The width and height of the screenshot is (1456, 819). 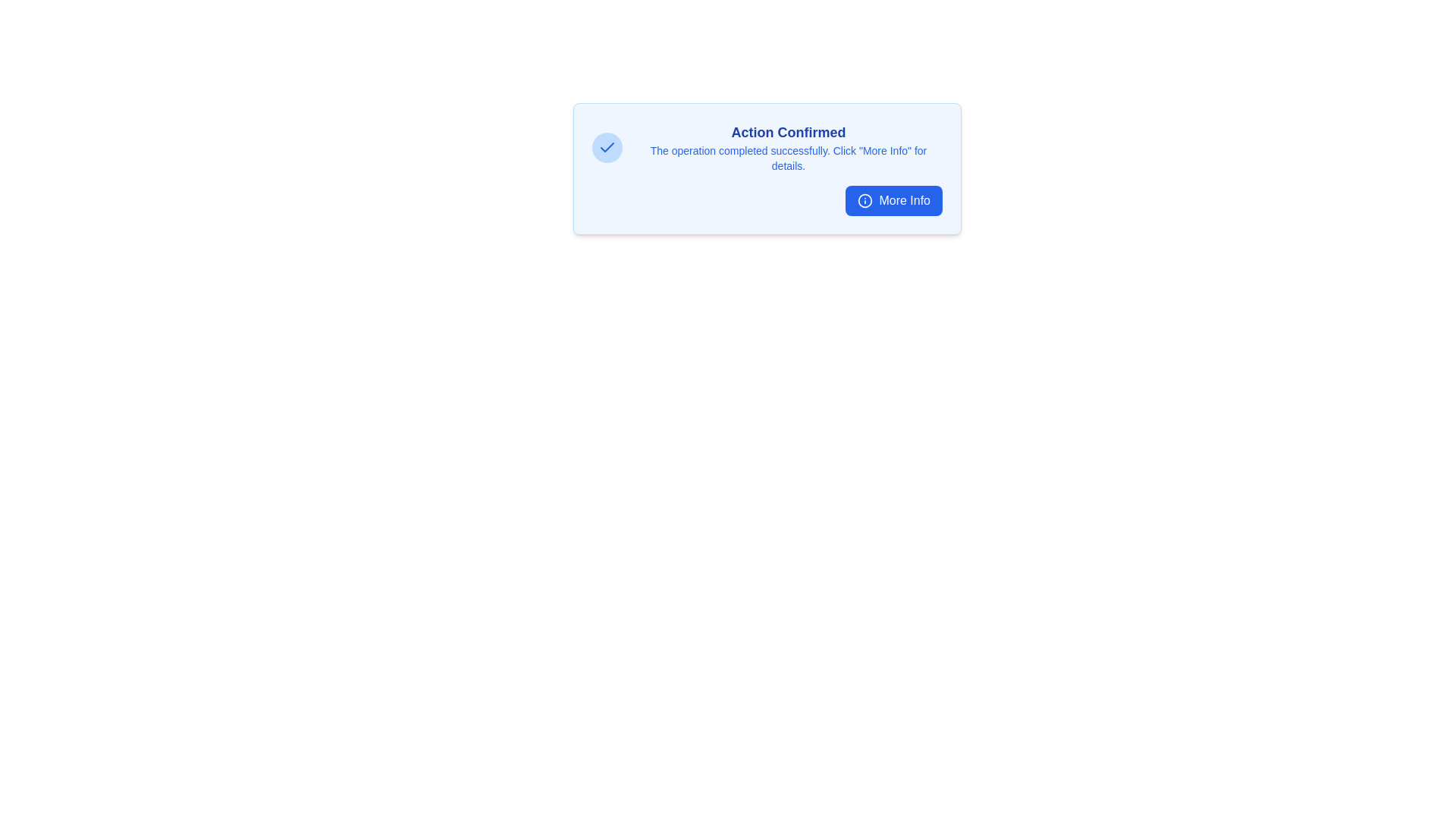 What do you see at coordinates (607, 148) in the screenshot?
I see `the check icon in the StylishAlert component` at bounding box center [607, 148].